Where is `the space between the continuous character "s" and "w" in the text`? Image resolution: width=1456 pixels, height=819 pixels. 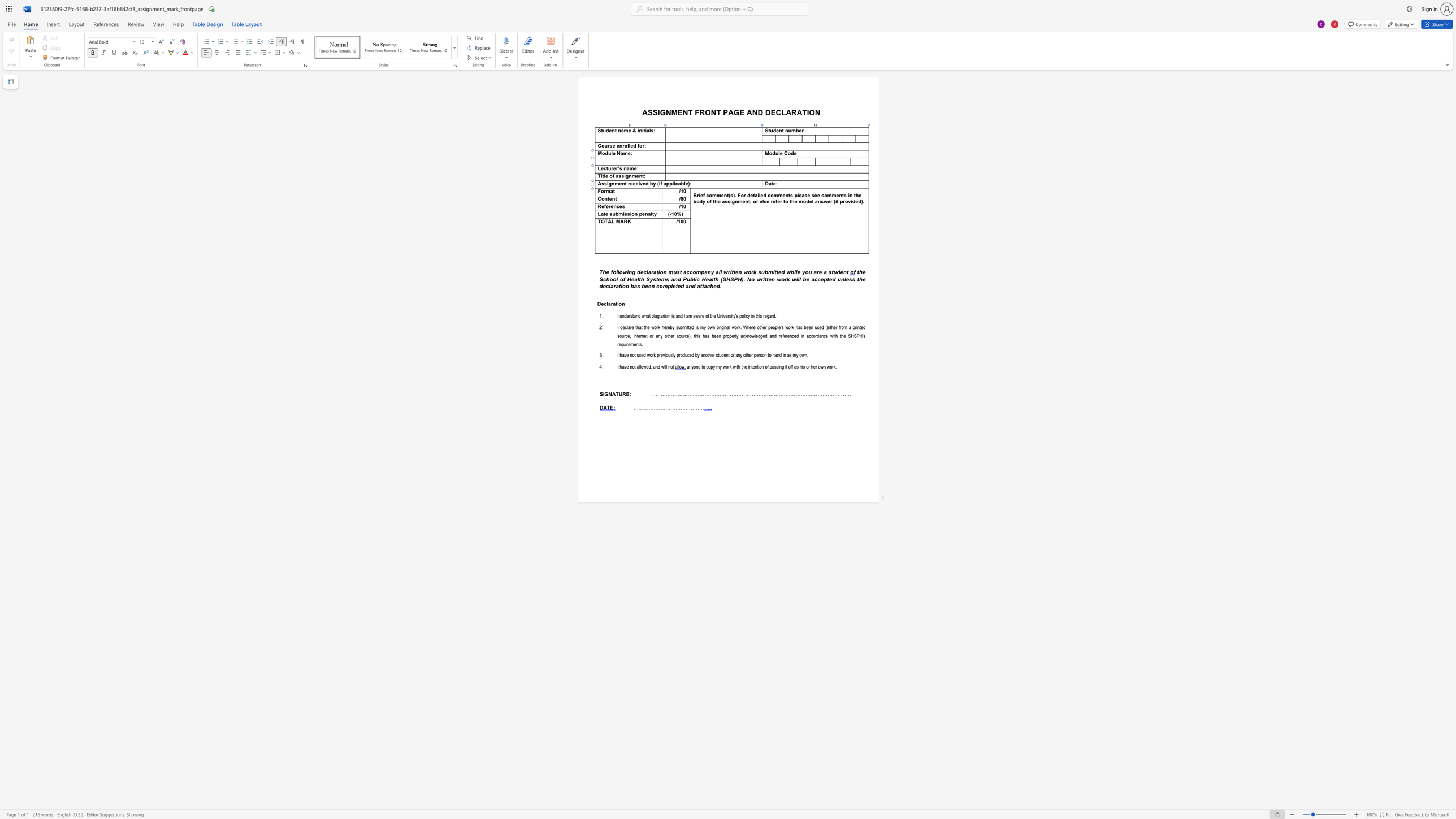 the space between the continuous character "s" and "w" in the text is located at coordinates (824, 201).